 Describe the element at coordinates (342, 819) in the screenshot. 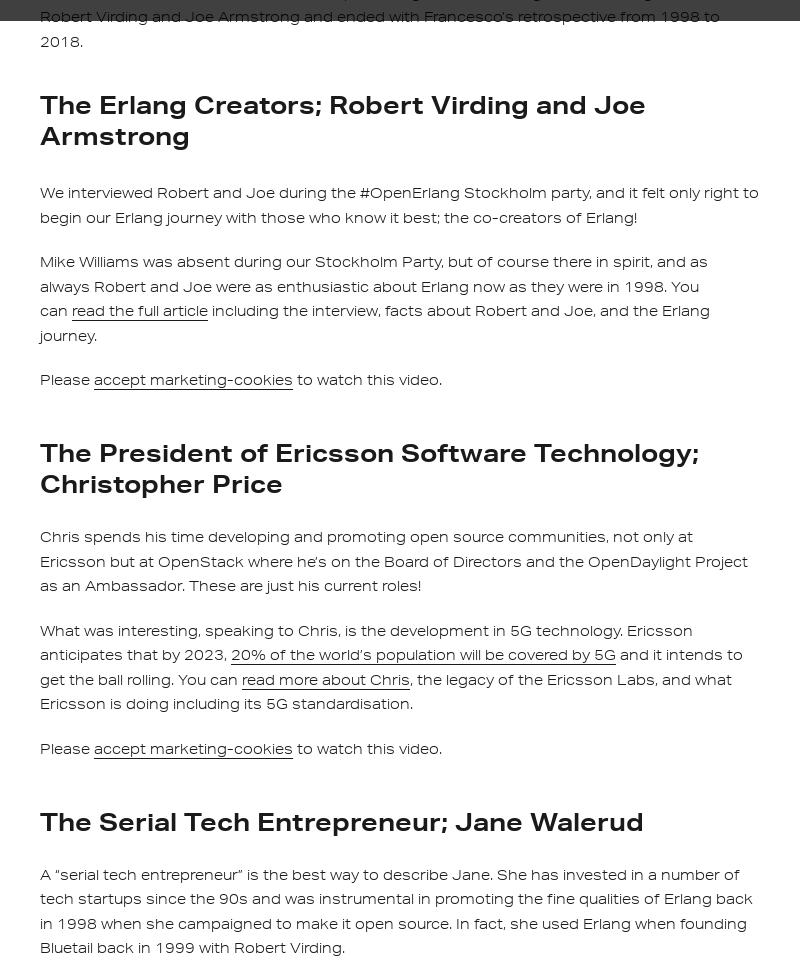

I see `'The Serial Tech Entrepreneur; Jane Walerud'` at that location.